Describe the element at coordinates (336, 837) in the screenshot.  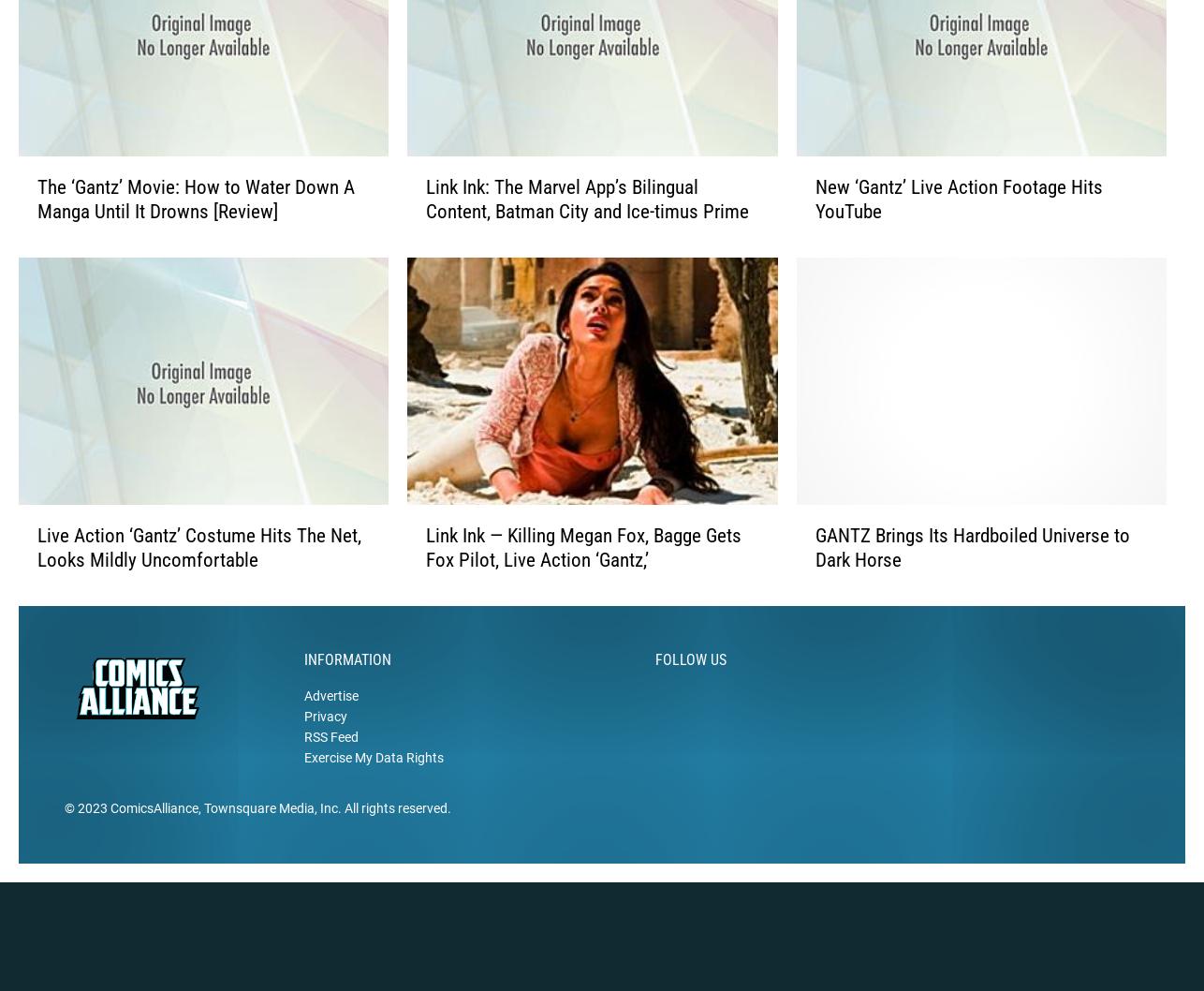
I see `'. All rights reserved.'` at that location.